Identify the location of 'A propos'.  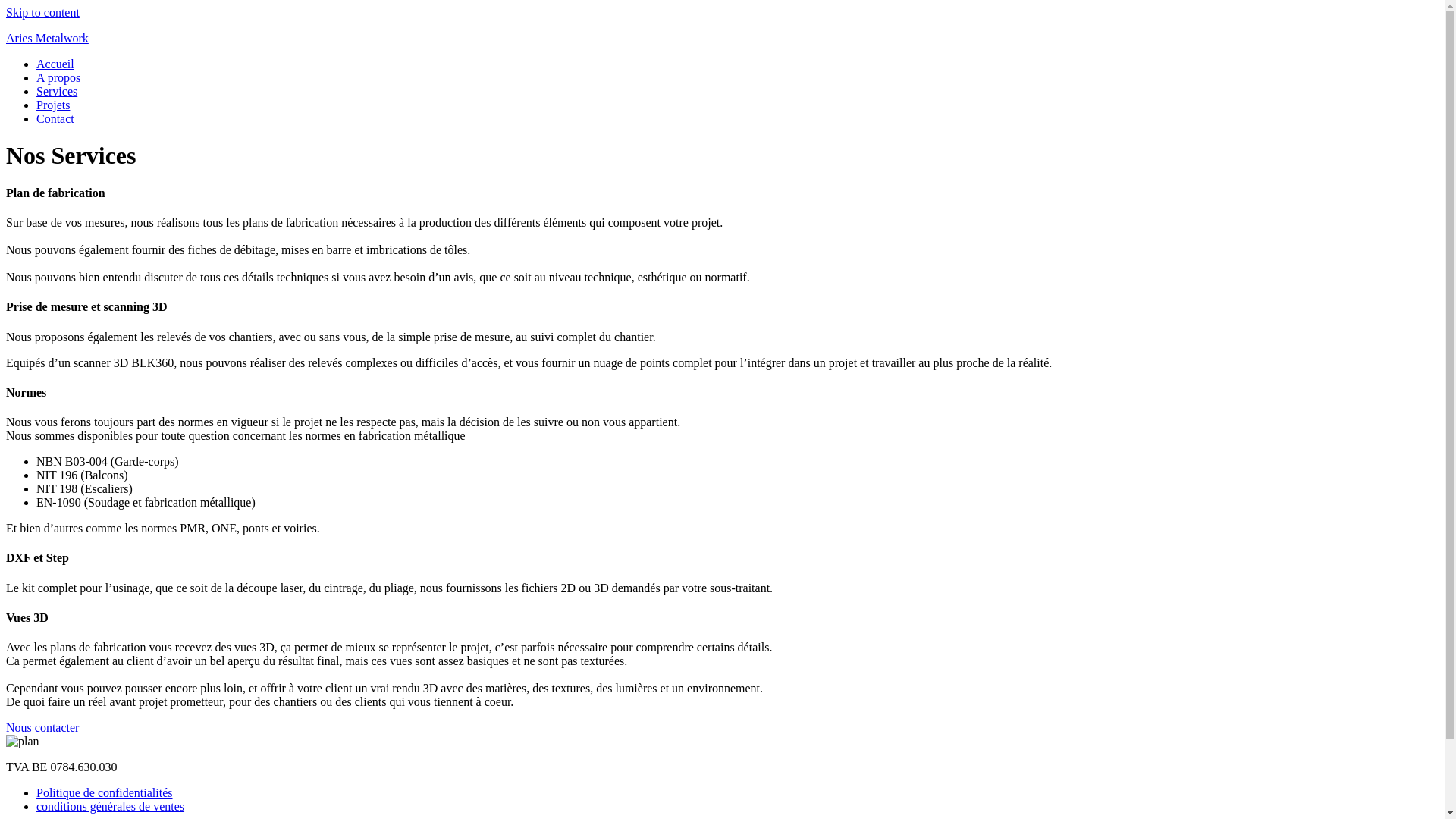
(58, 77).